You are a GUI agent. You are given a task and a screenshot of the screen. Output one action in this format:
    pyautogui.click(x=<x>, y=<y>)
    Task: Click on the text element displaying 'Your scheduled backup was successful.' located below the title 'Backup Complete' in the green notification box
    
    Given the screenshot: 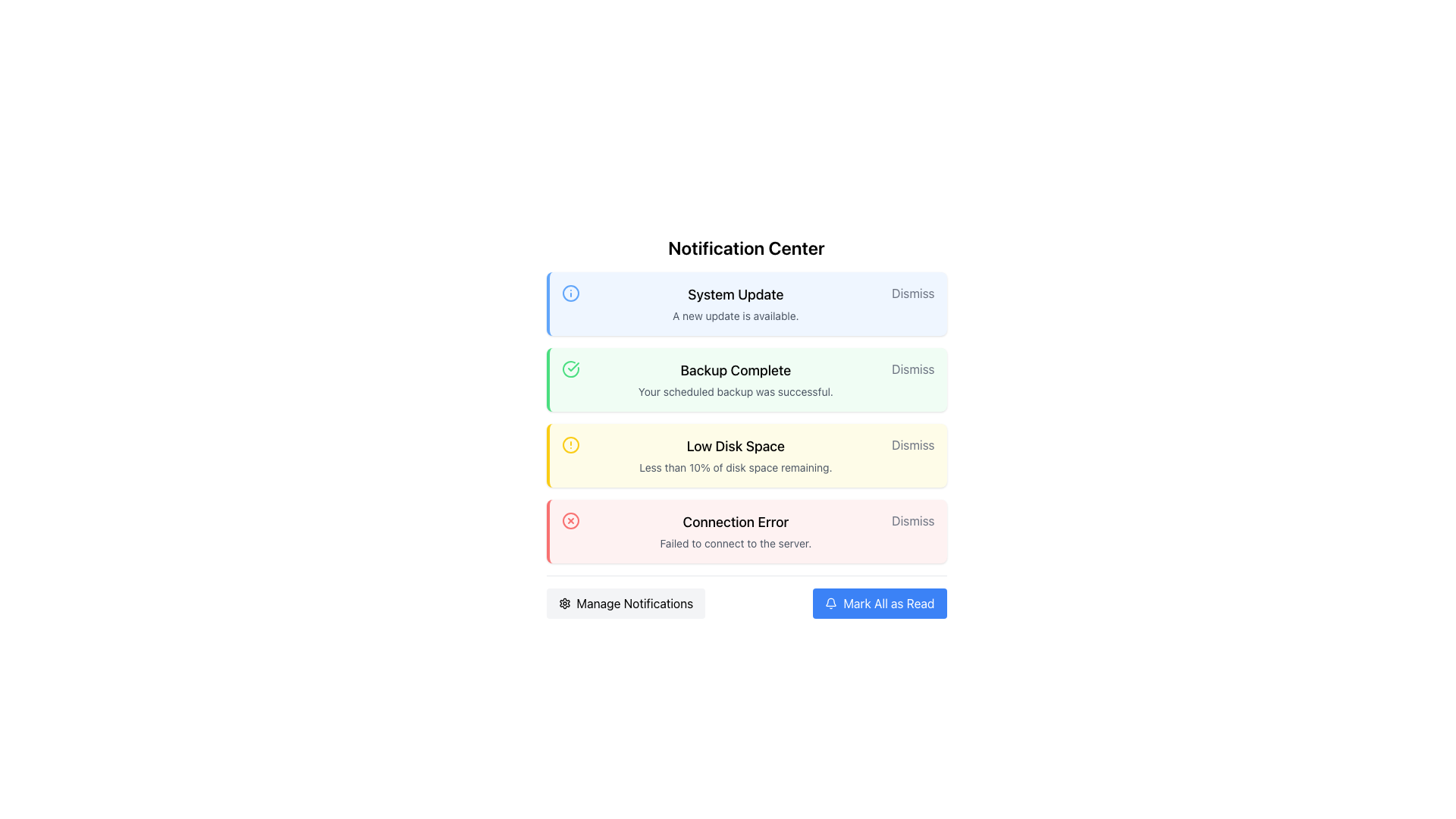 What is the action you would take?
    pyautogui.click(x=736, y=391)
    